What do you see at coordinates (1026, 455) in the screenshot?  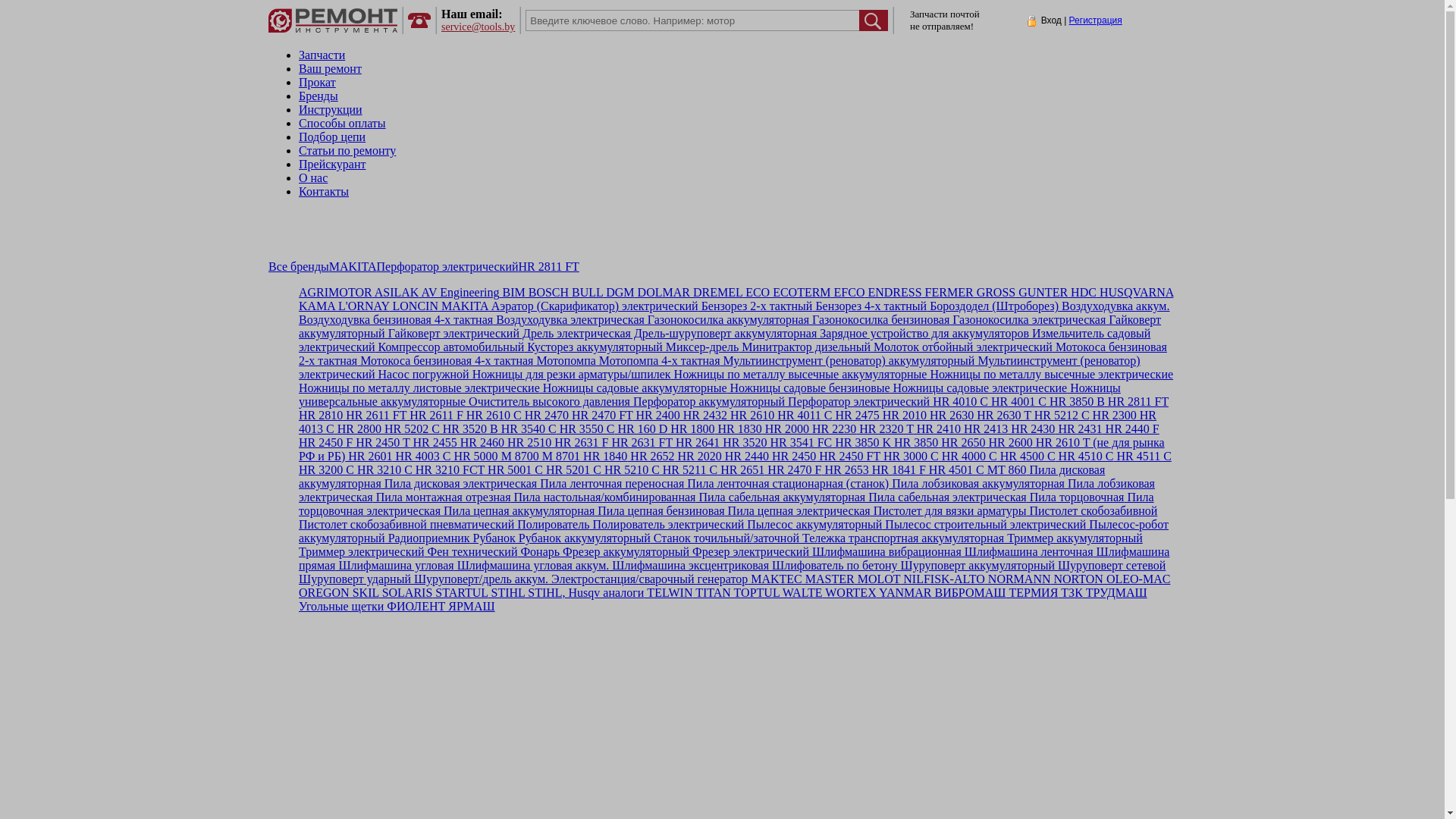 I see `'HR 4500 C'` at bounding box center [1026, 455].